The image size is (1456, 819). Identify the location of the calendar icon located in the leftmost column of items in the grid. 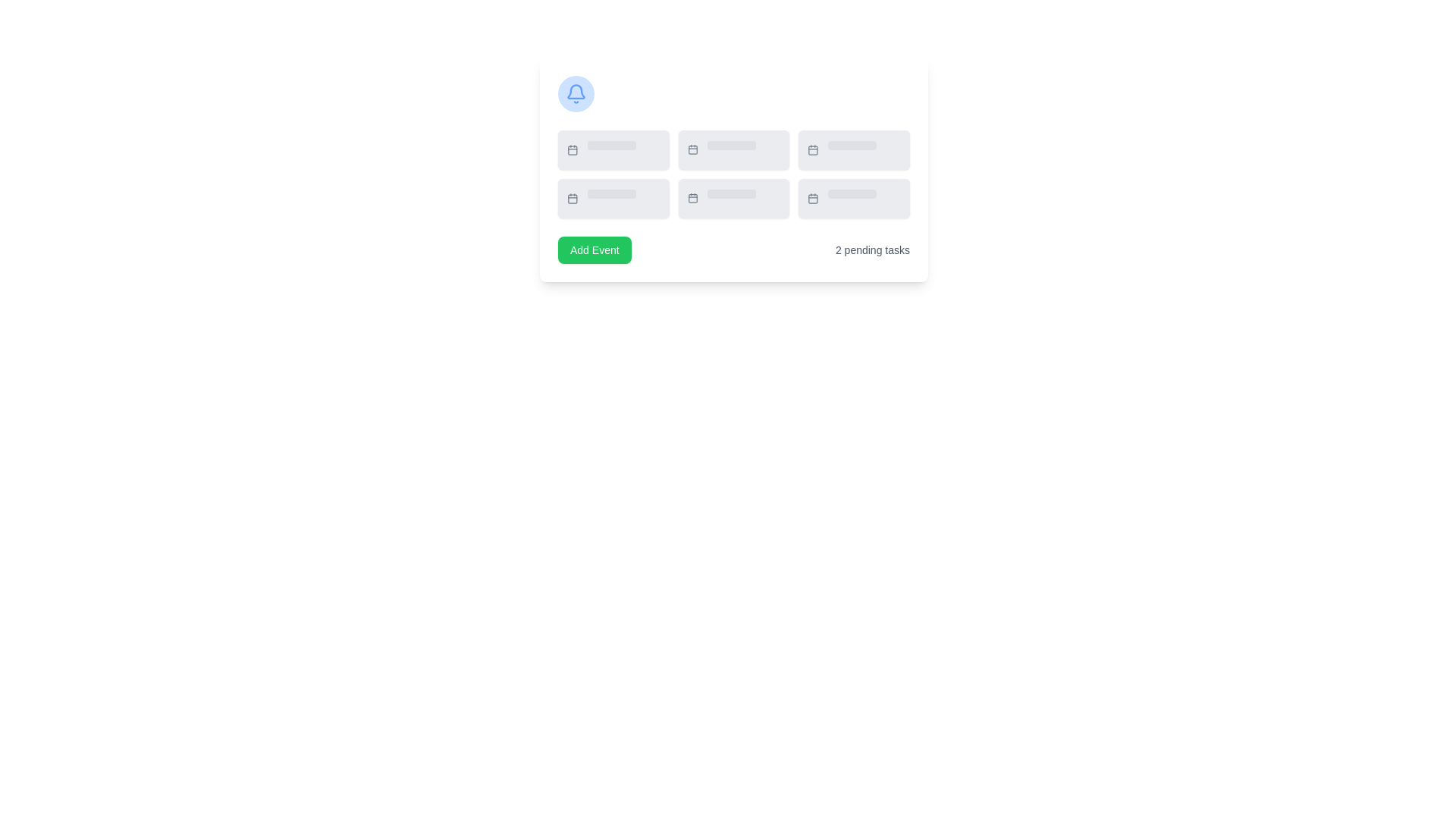
(572, 149).